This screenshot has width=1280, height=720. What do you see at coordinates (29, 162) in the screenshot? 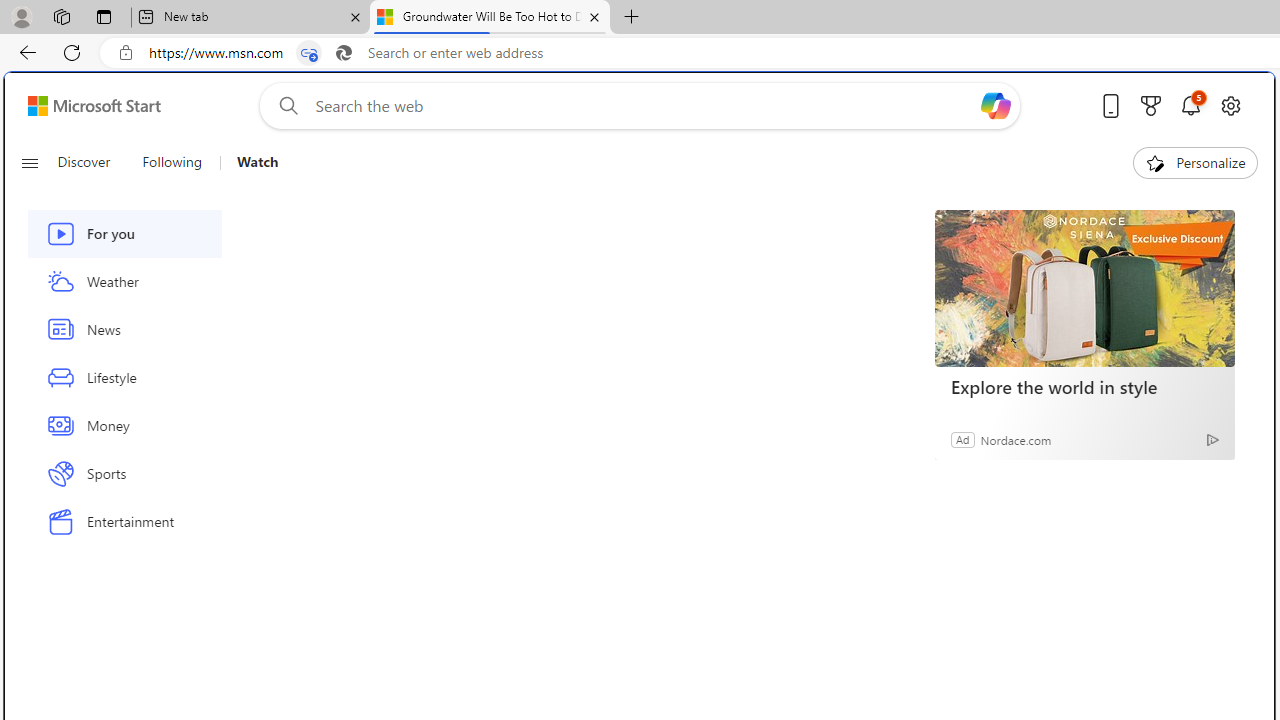
I see `'Class: button-glyph'` at bounding box center [29, 162].